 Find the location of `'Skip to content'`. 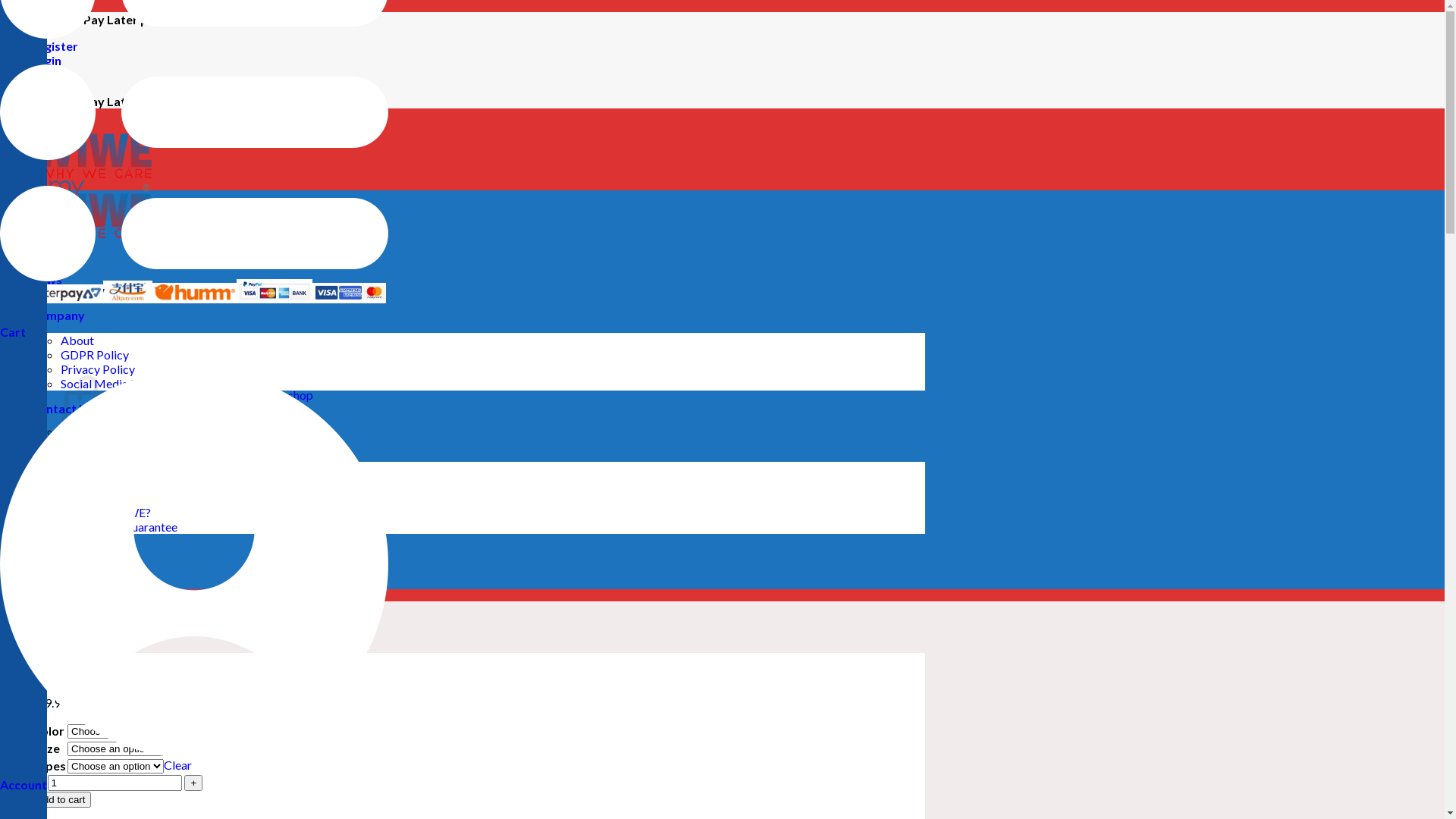

'Skip to content' is located at coordinates (0, 12).